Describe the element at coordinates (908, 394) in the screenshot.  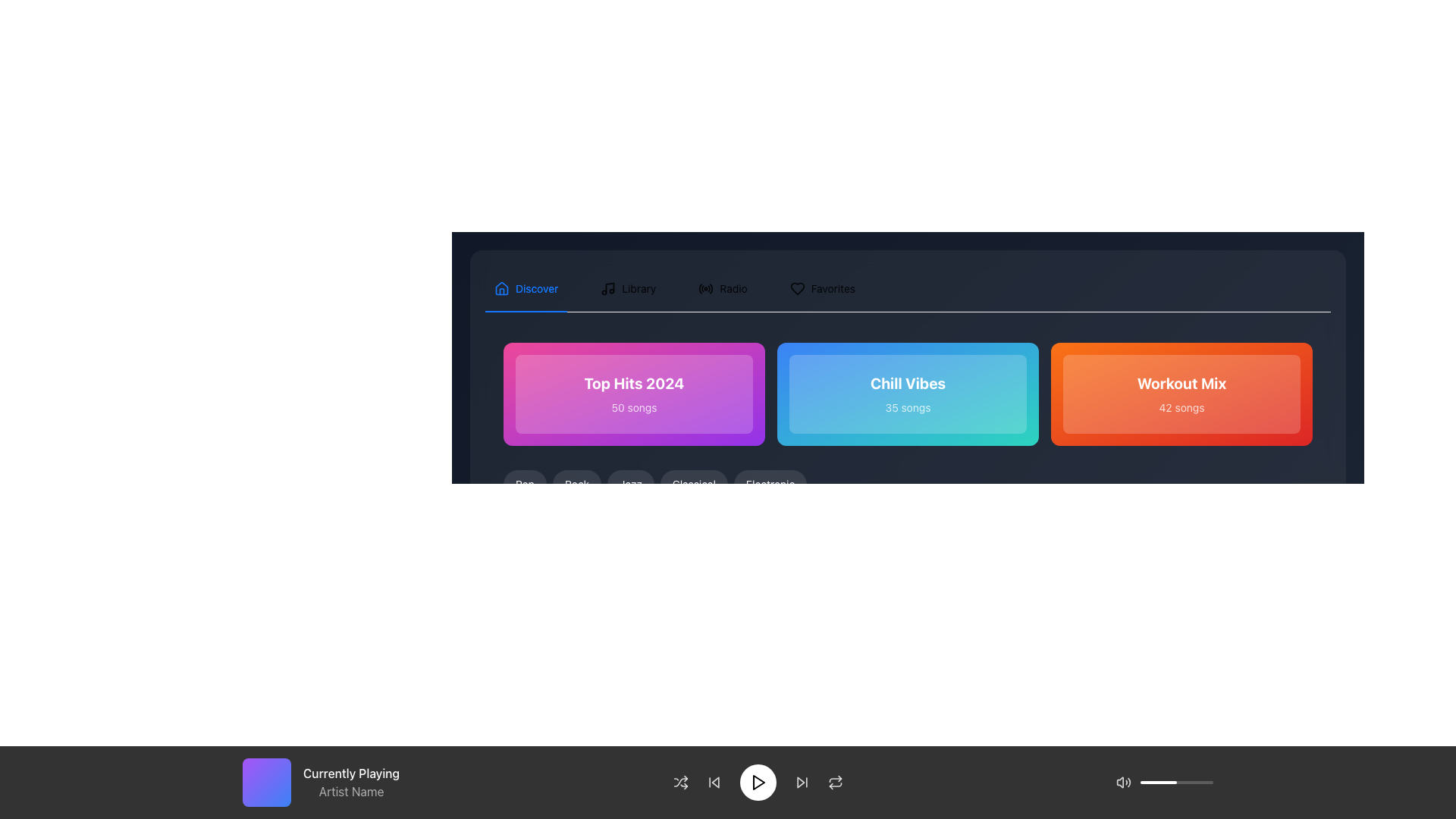
I see `the 'Chill Vibes' card, which is a rectangular card with a gradient blue background and features bold white text at the top and smaller white text below` at that location.